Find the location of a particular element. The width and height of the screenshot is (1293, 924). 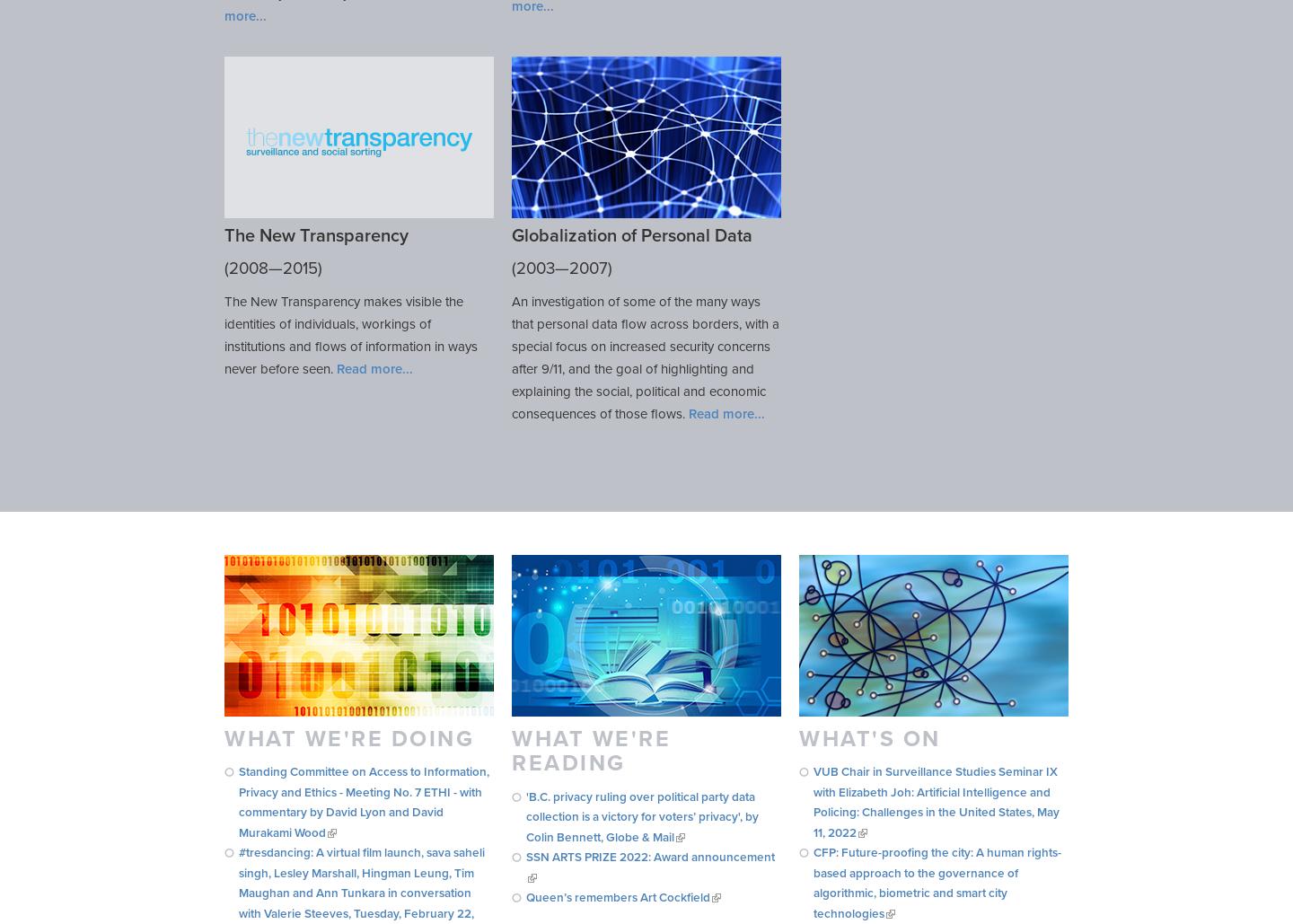

'2015' is located at coordinates (283, 268).